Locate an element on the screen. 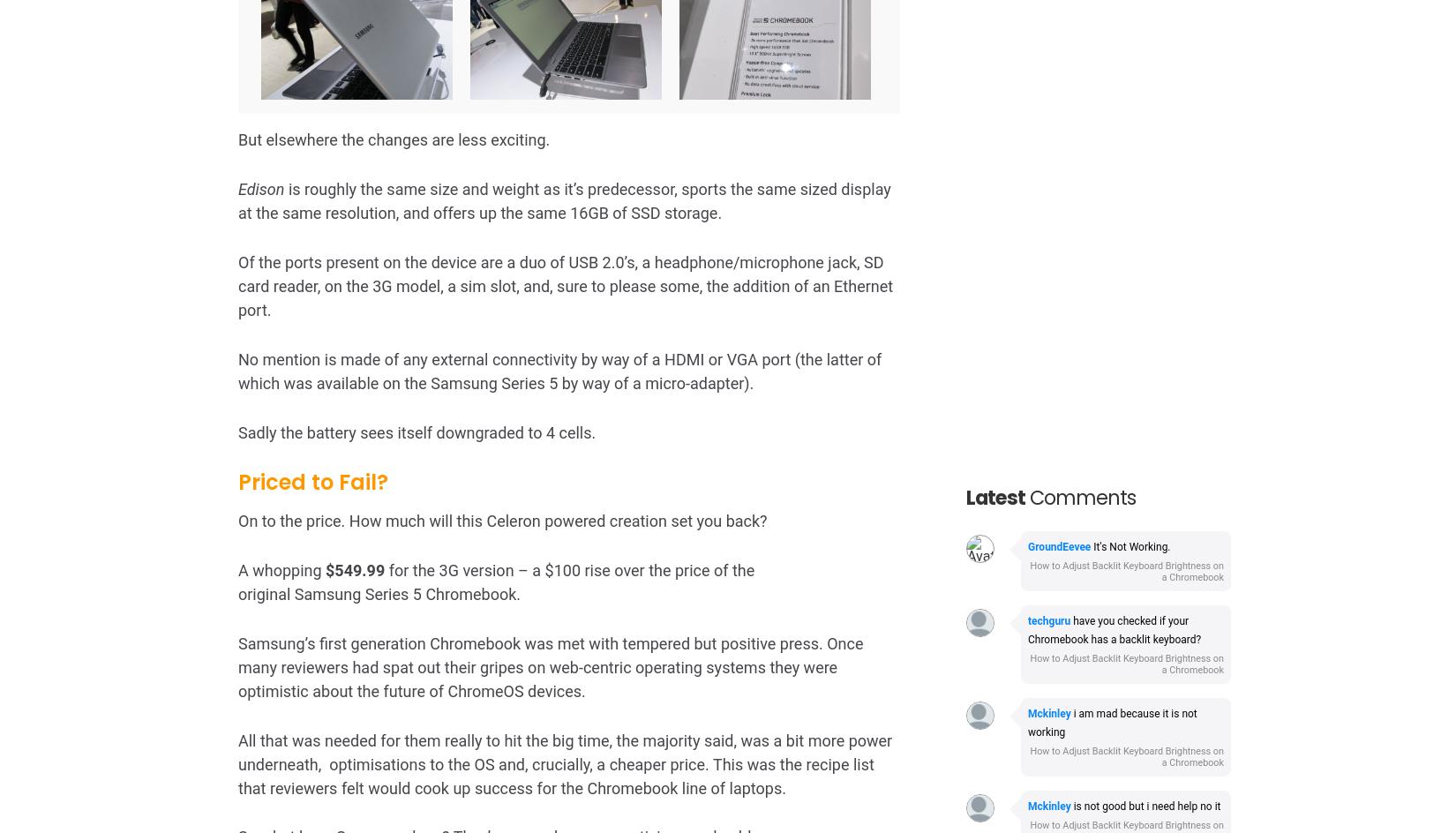 The height and width of the screenshot is (833, 1456). 'Tweet' is located at coordinates (277, 523).